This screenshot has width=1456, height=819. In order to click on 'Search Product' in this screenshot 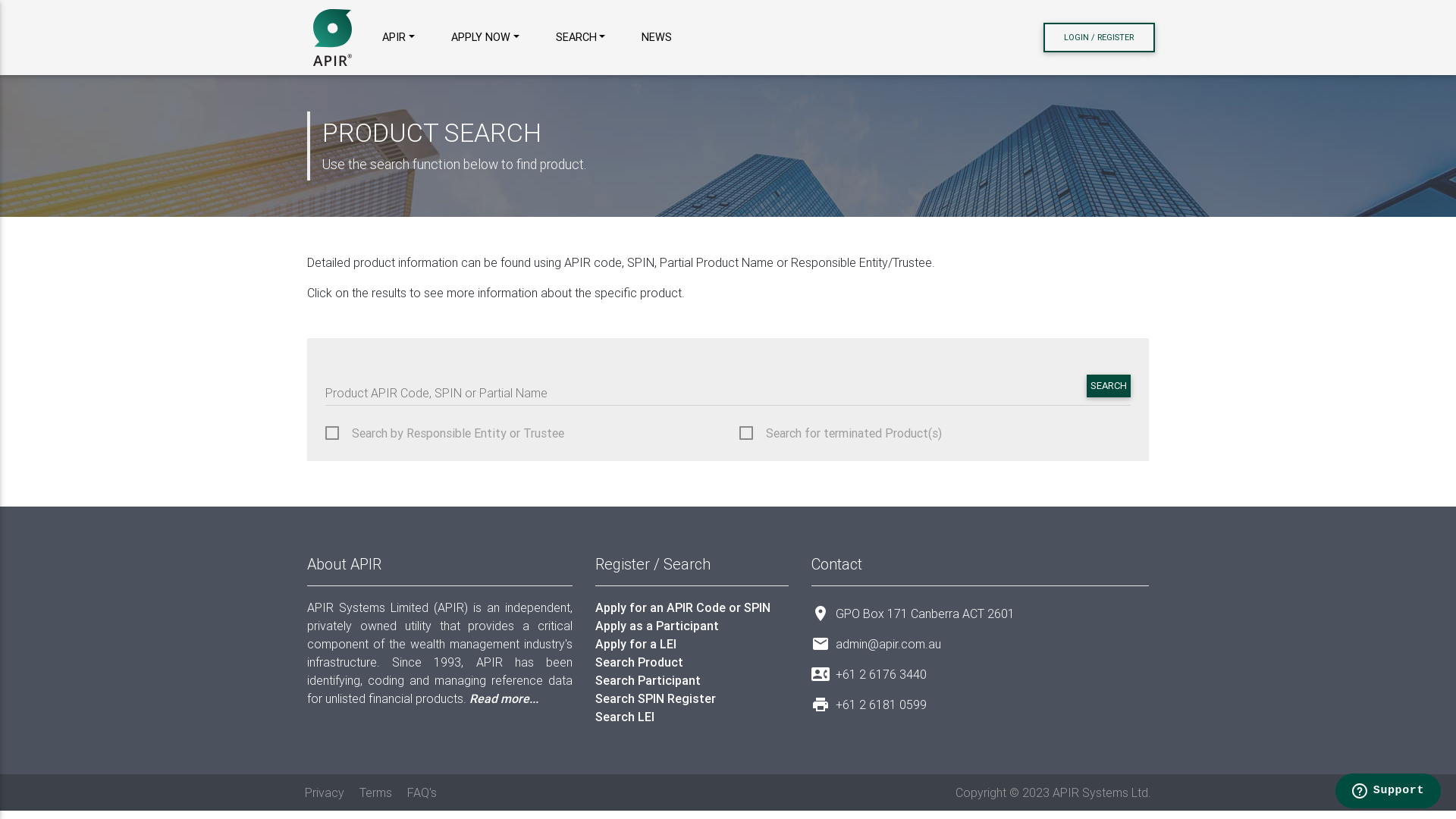, I will do `click(691, 661)`.